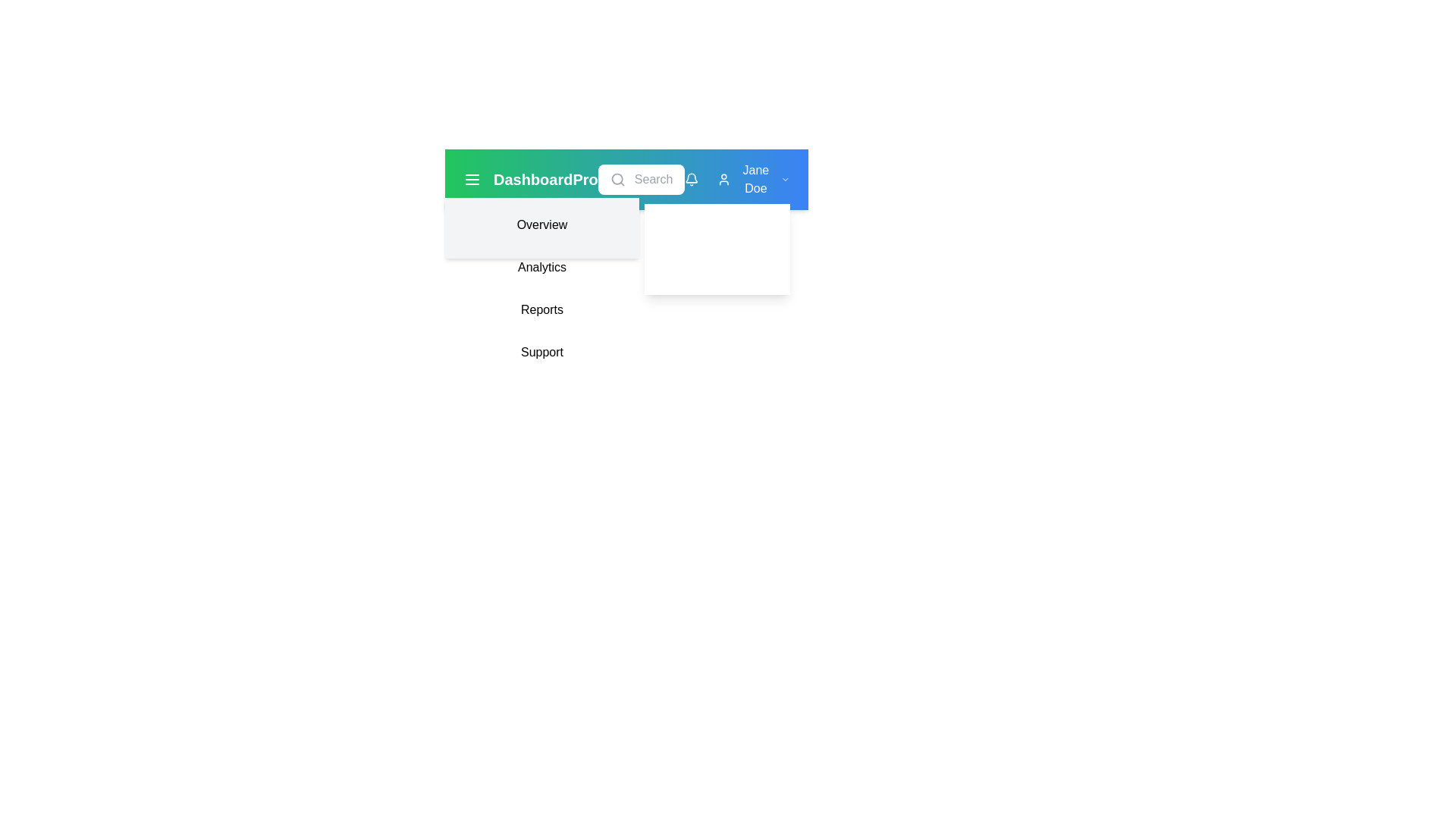 The height and width of the screenshot is (819, 1456). I want to click on the search bar located centrally in the application dashboard to focus and input search queries, so click(642, 178).